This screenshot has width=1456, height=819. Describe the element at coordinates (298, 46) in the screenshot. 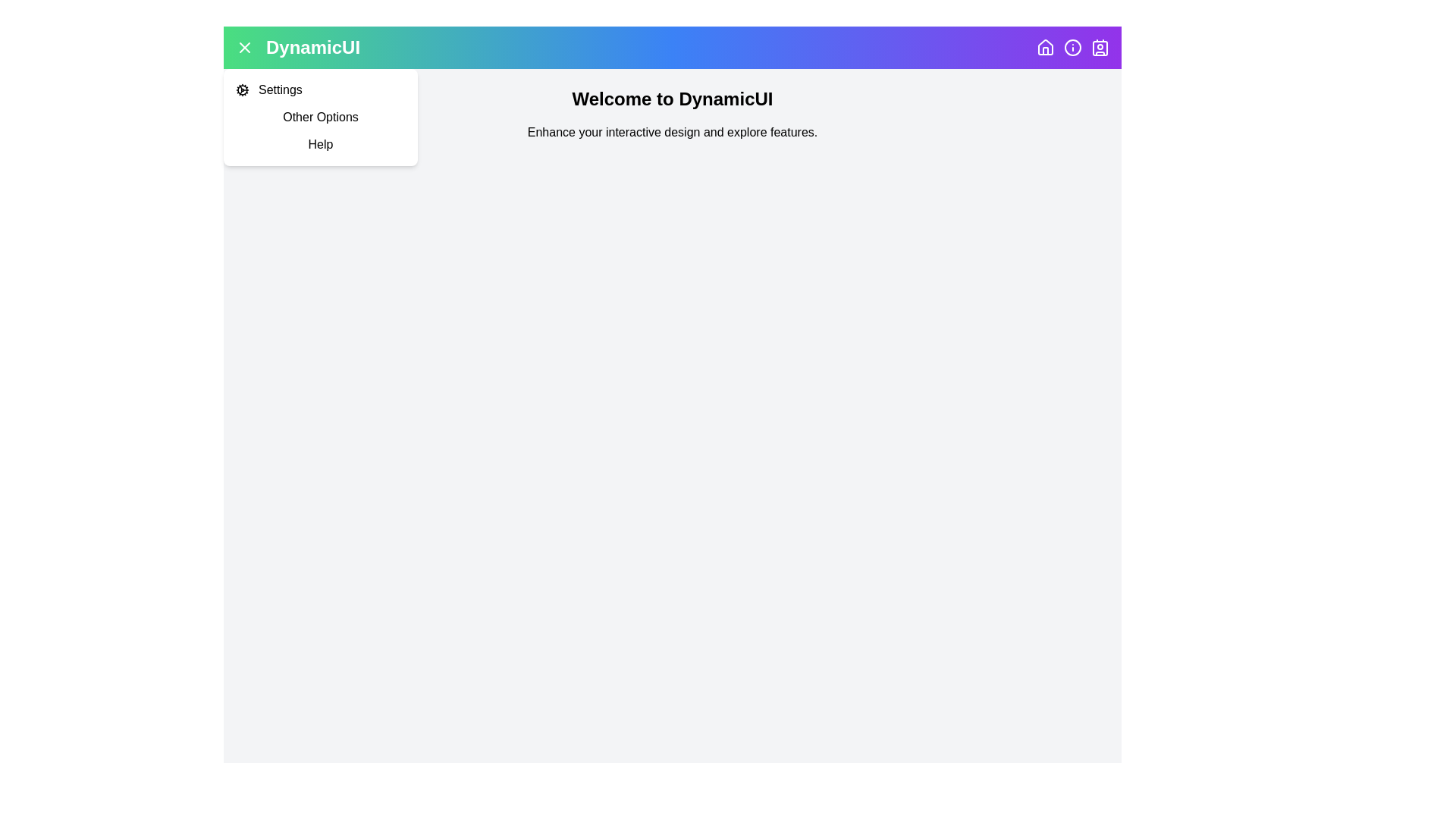

I see `the Static text label displaying 'DynamicUI' located in the upper-left section of the application header, positioned to the right of the close (X) button` at that location.